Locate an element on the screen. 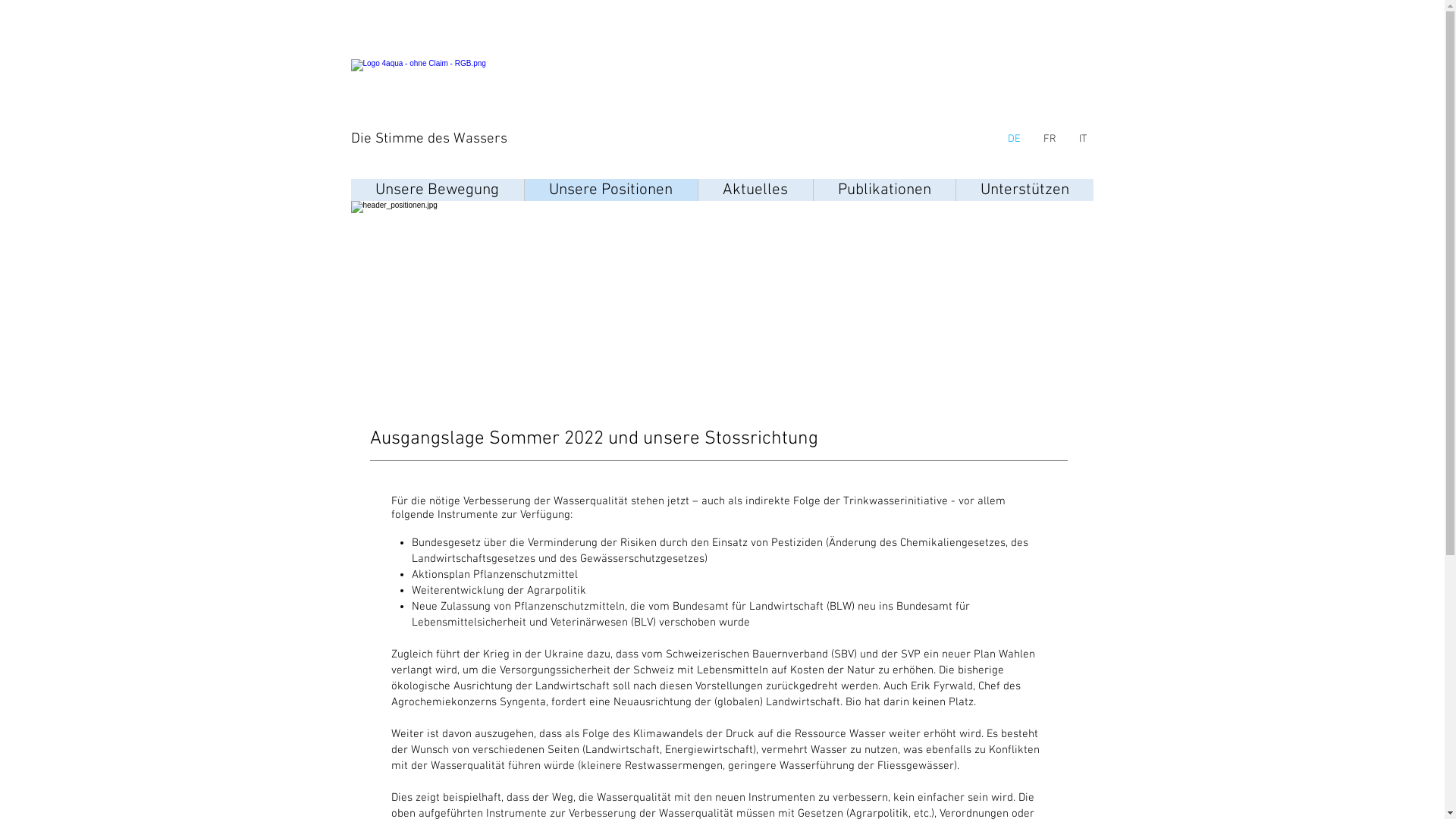  'logo.png' is located at coordinates (419, 94).